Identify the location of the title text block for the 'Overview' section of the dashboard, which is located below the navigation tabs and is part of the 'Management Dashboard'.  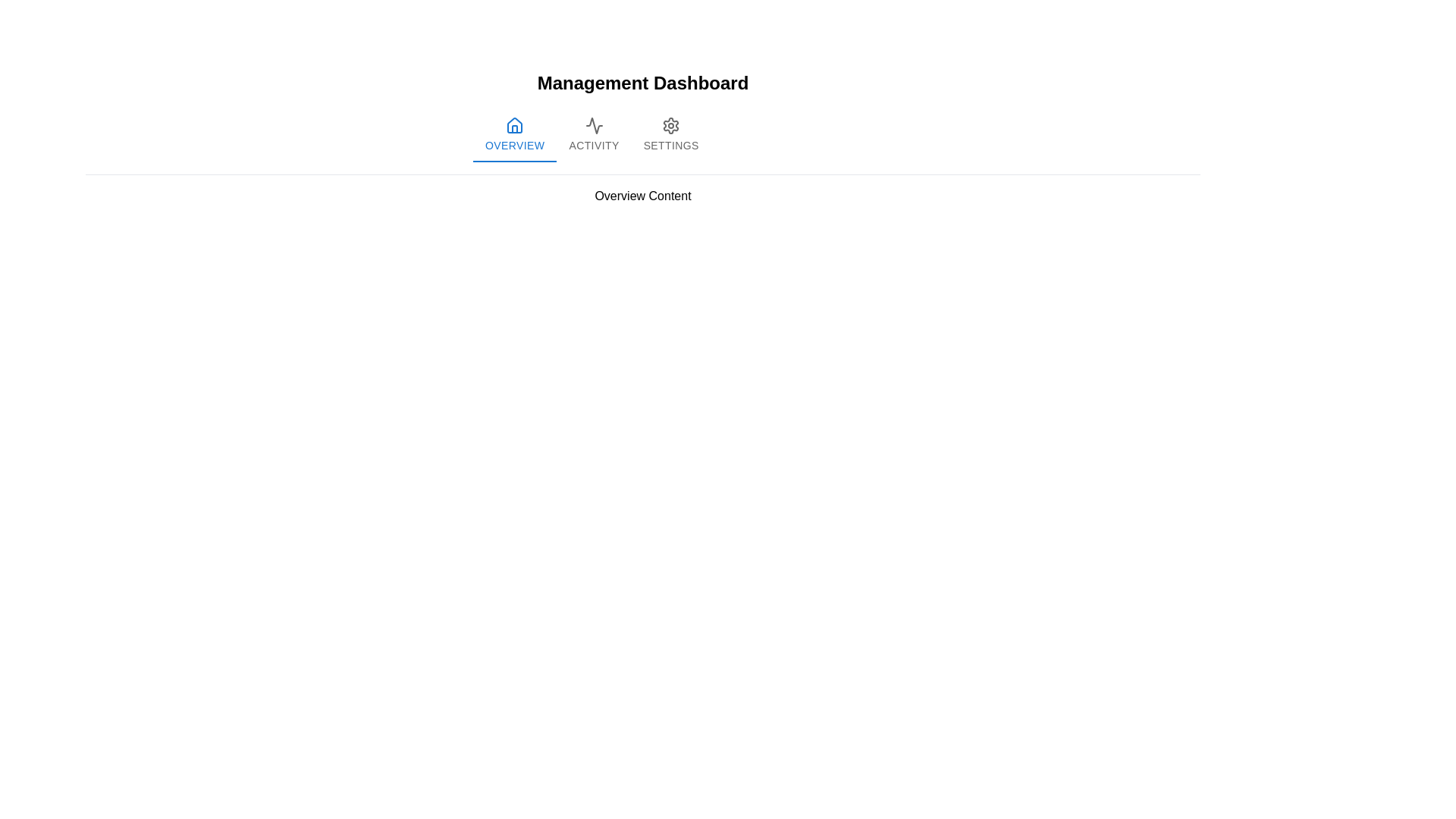
(643, 189).